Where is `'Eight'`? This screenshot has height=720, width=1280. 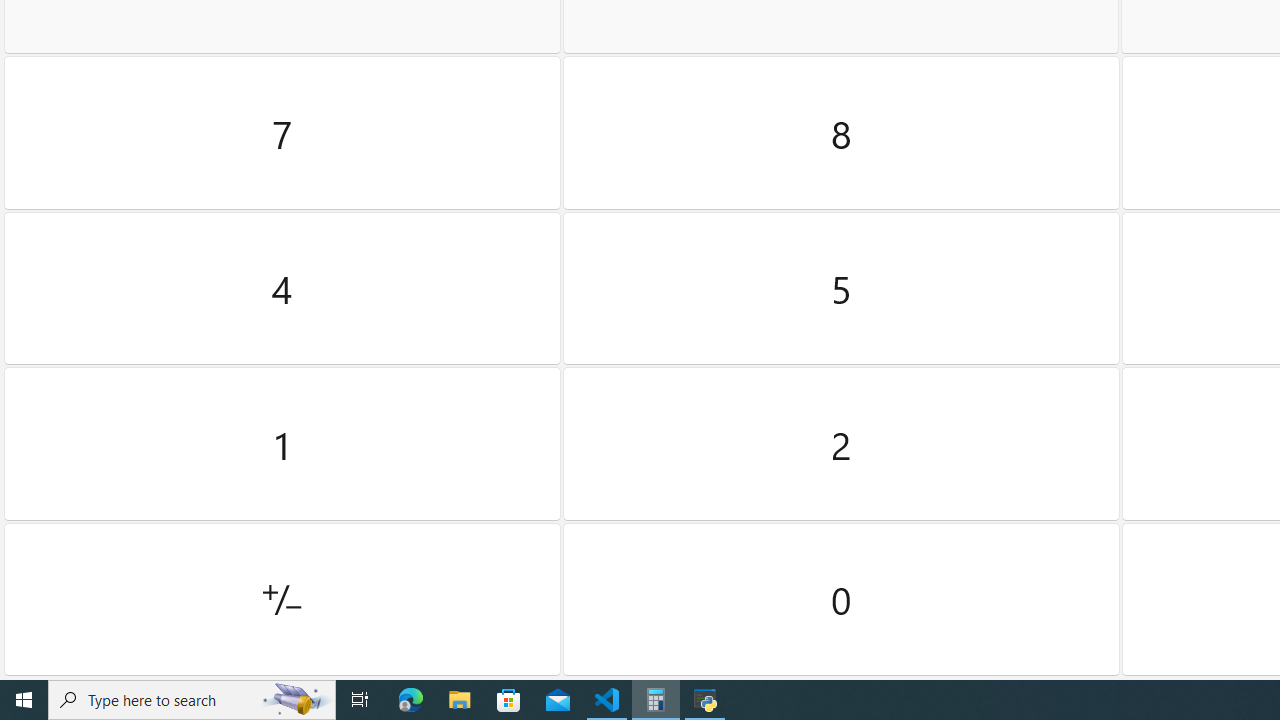
'Eight' is located at coordinates (841, 133).